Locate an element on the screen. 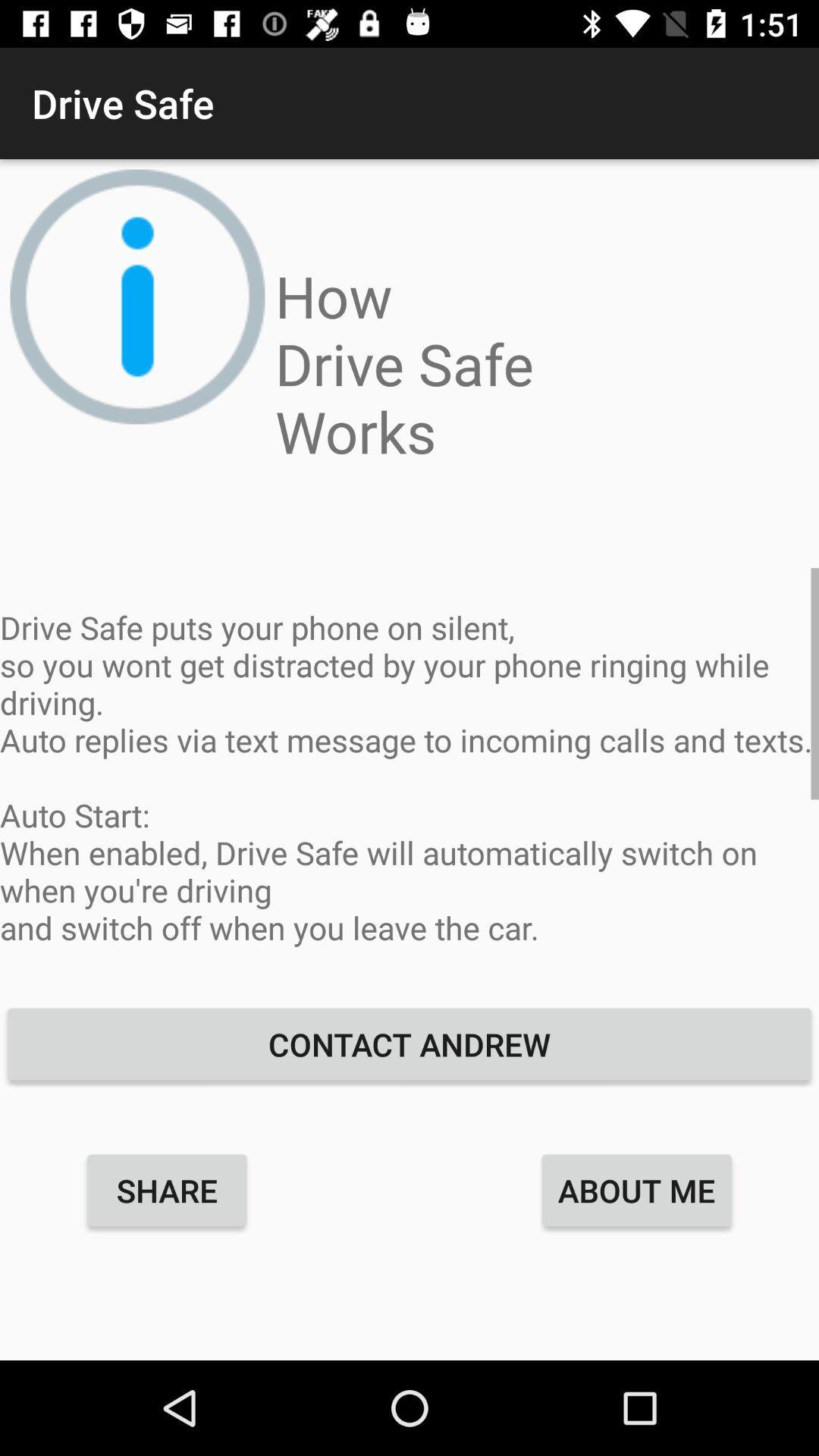 This screenshot has width=819, height=1456. the item below drive safe puts icon is located at coordinates (409, 1043).